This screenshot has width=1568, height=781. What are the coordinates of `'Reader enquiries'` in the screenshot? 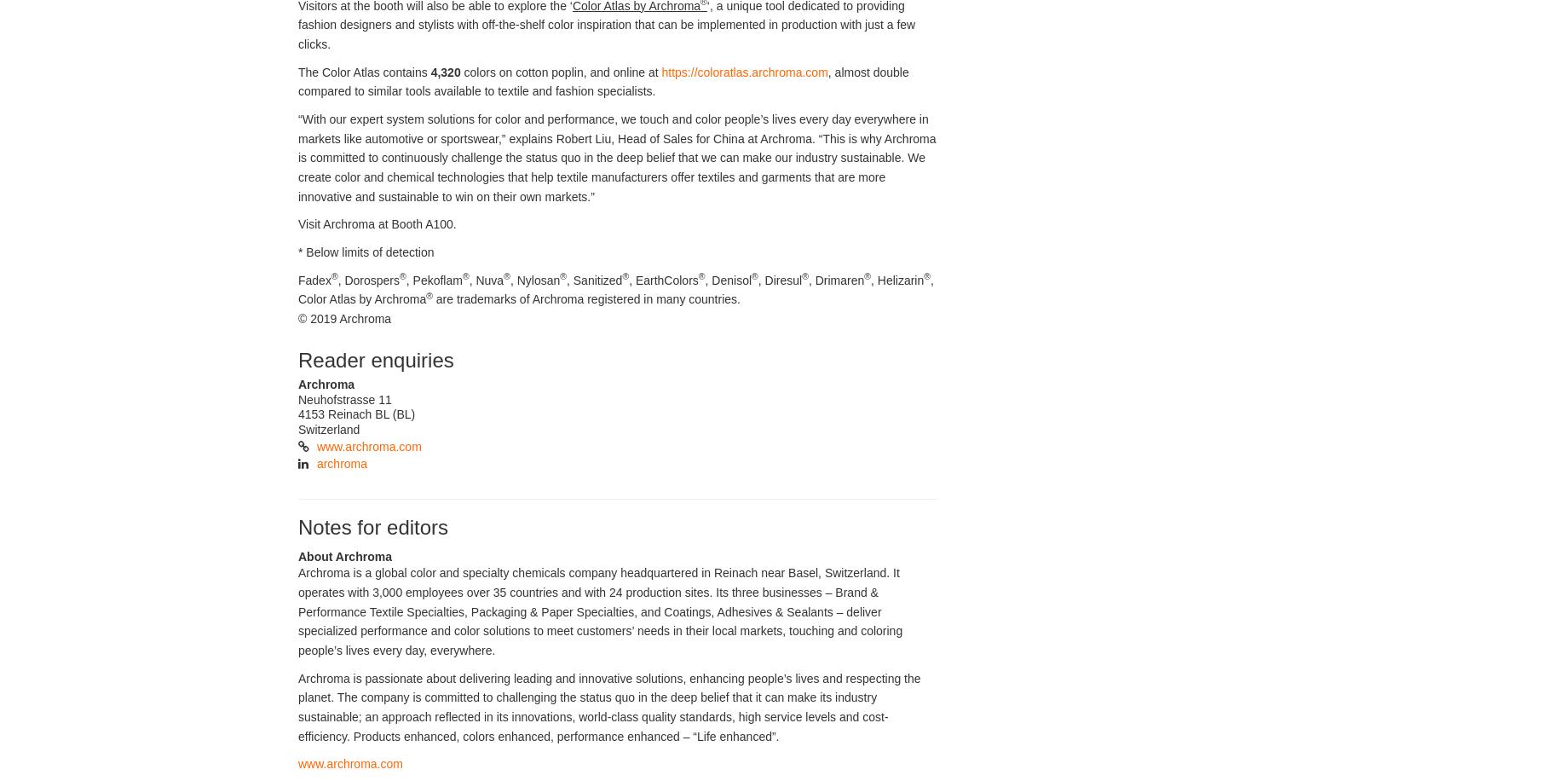 It's located at (375, 358).